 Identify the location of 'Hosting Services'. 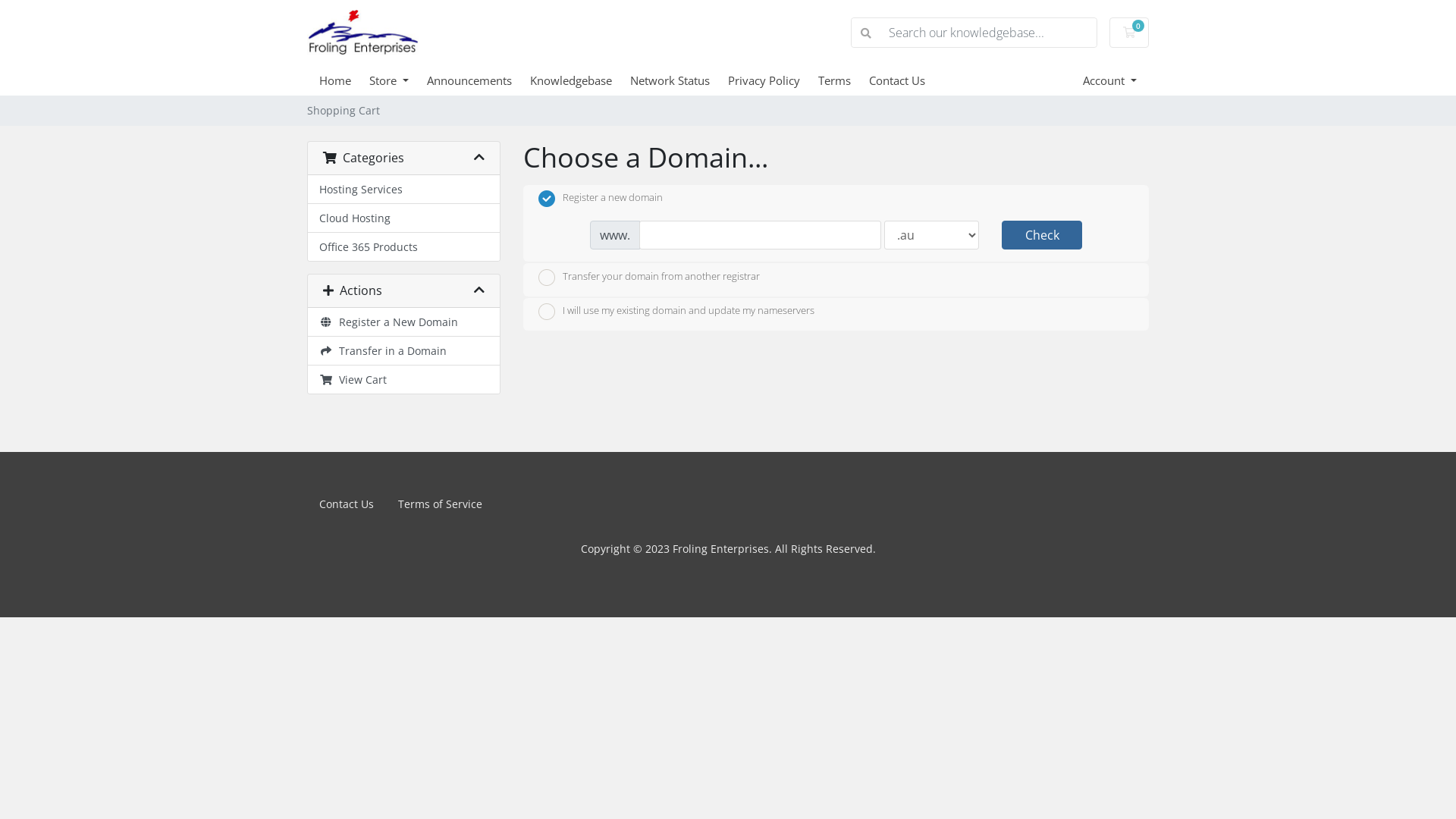
(403, 189).